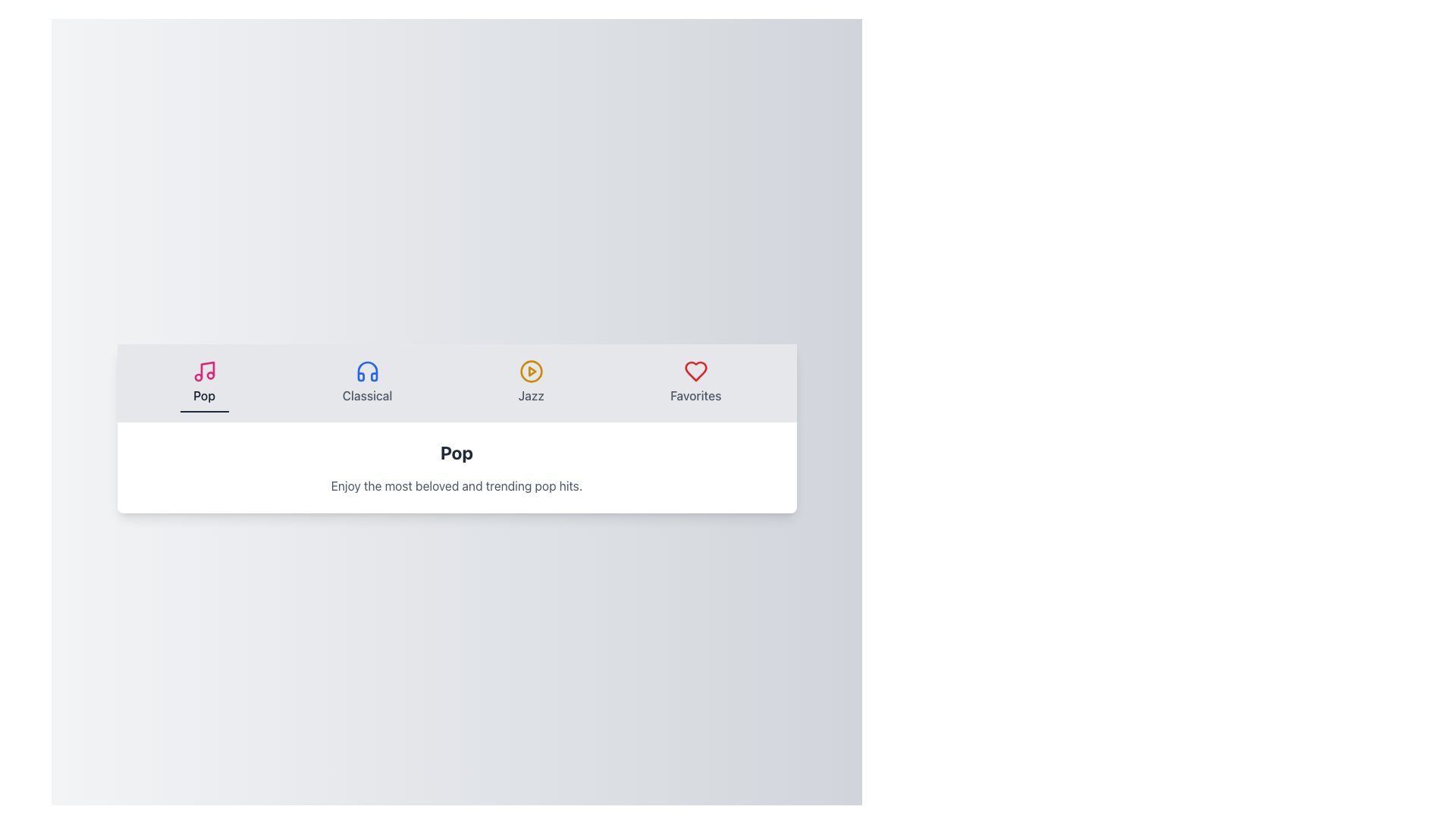 This screenshot has height=819, width=1456. I want to click on the heart icon representing the 'Favorites' option located on the rightmost side of the navigation bar, so click(695, 371).